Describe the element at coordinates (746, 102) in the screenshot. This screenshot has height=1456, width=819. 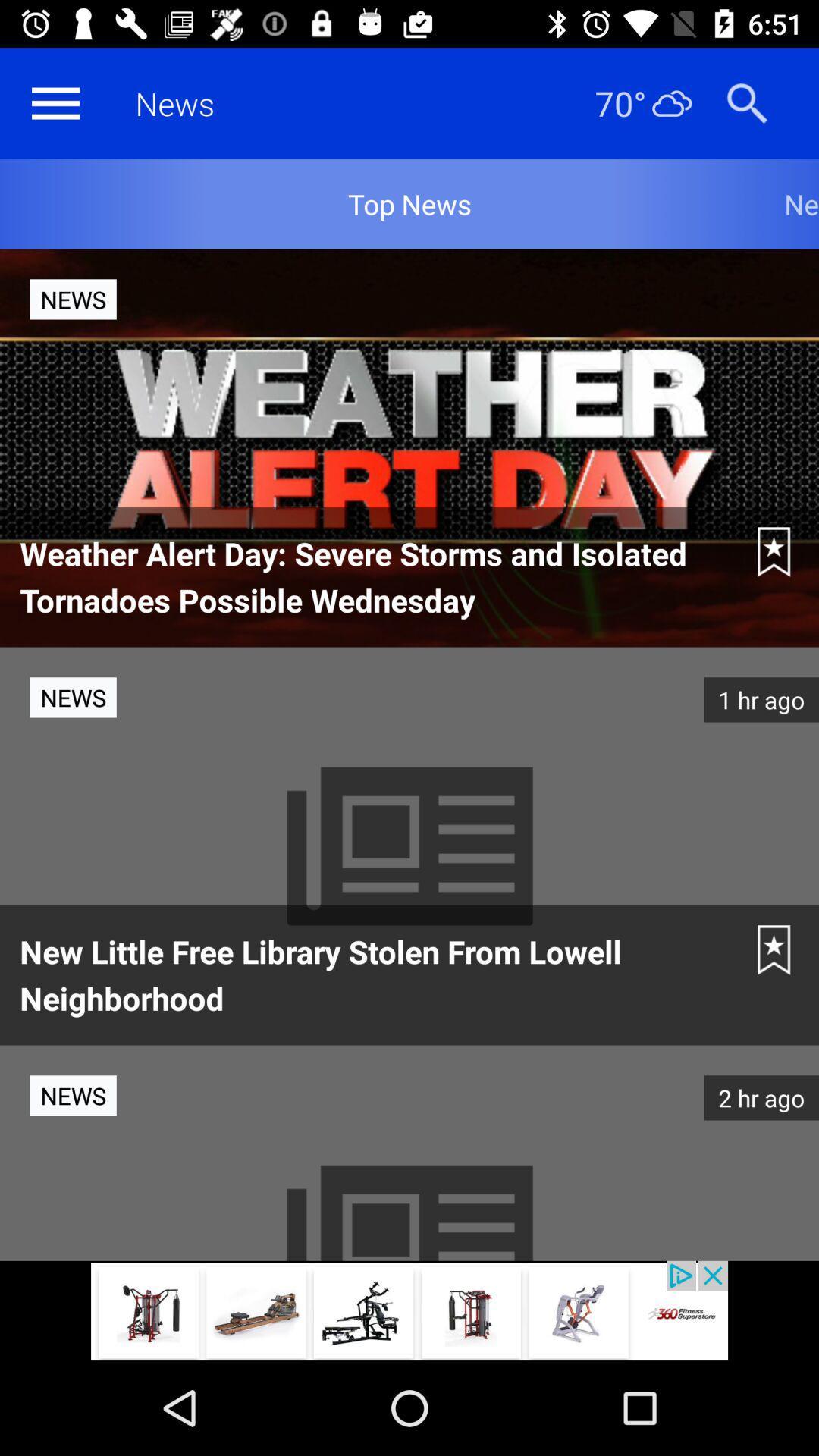
I see `the search icon` at that location.